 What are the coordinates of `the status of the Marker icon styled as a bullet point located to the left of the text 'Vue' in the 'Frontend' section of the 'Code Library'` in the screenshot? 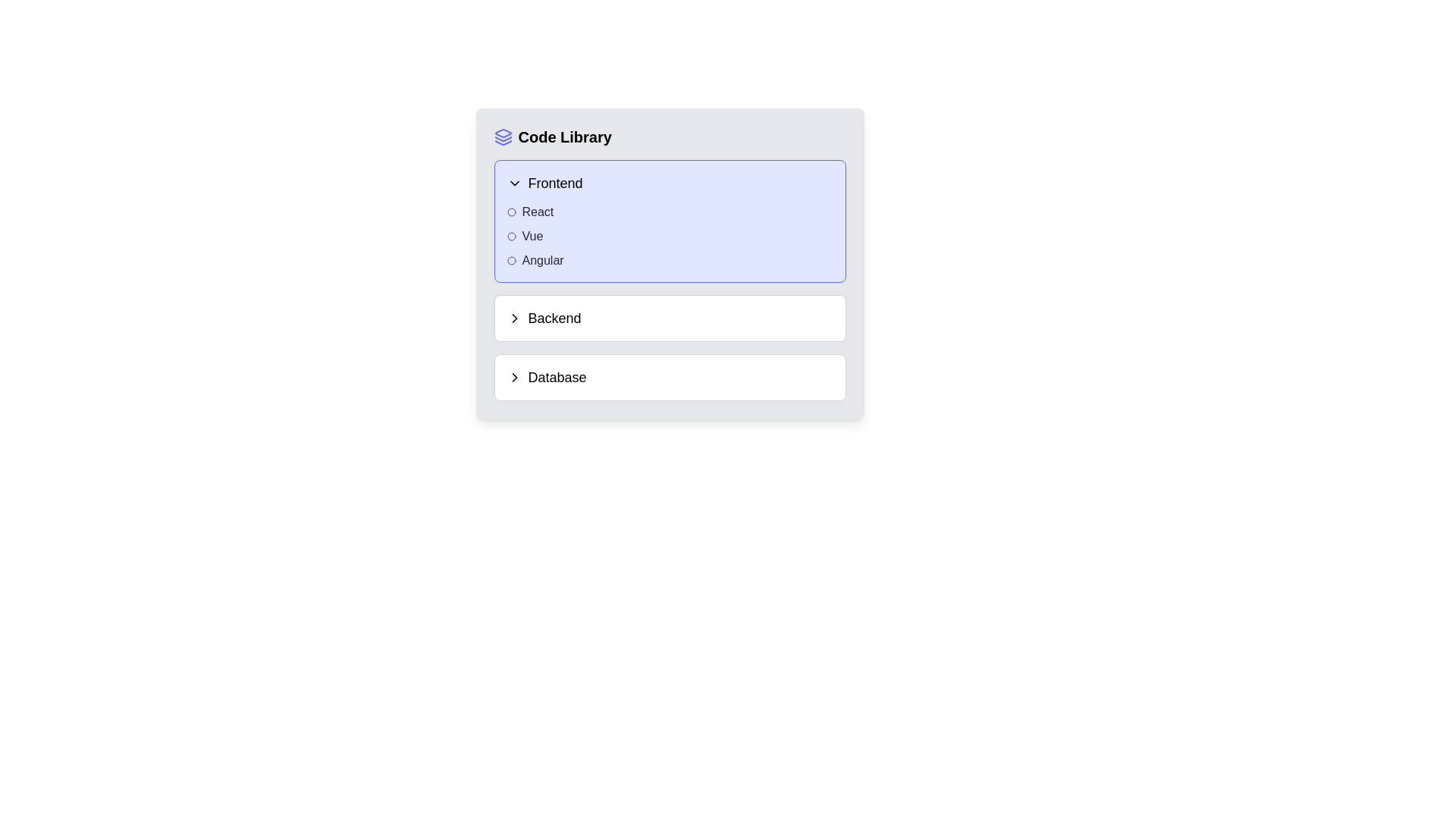 It's located at (511, 237).